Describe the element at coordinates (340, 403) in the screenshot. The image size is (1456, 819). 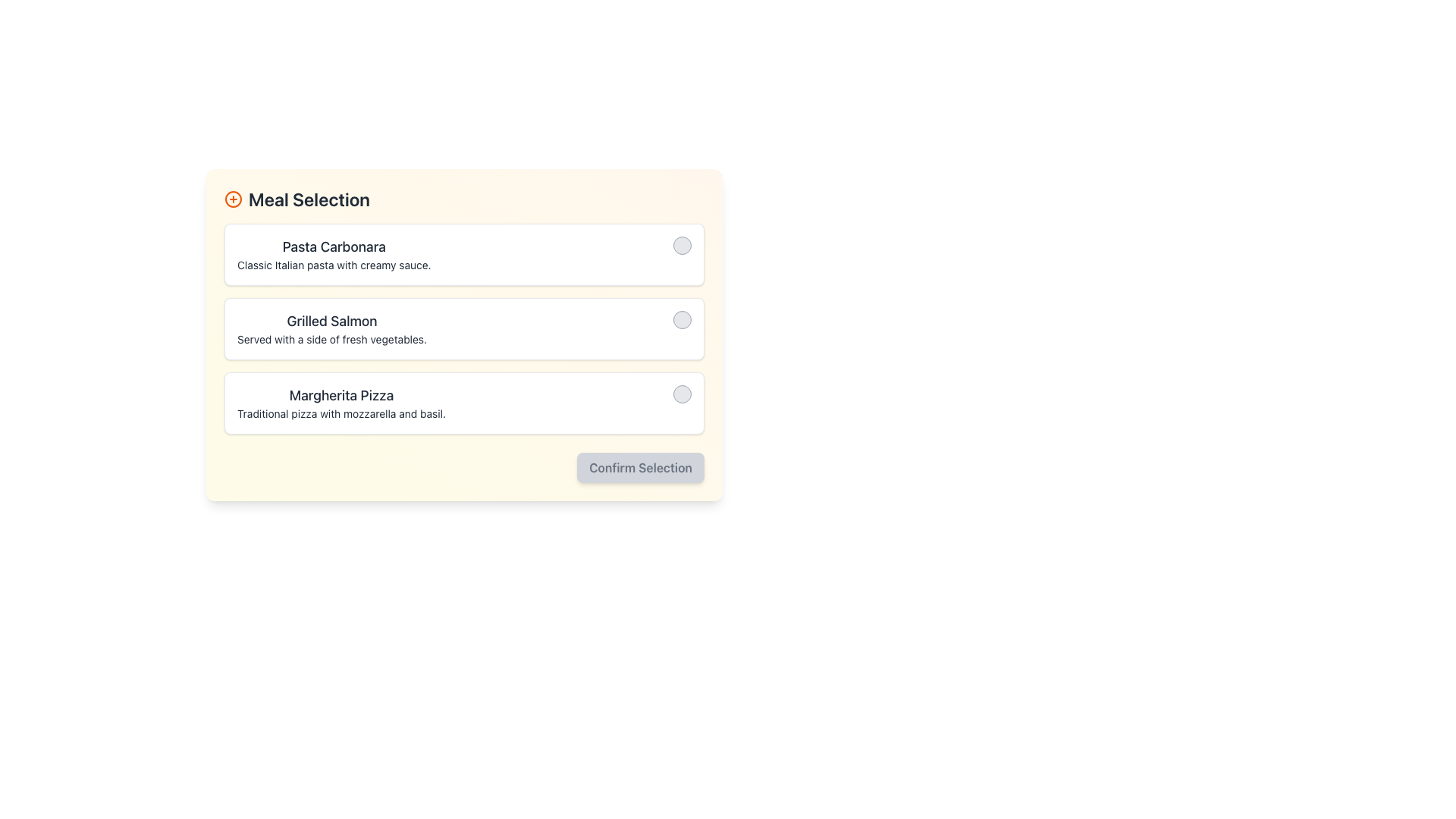
I see `text content of the 'Margherita Pizza' description text block, which is the third element in a vertical list between 'Grilled Salmon' and the 'Confirm Selection' button` at that location.